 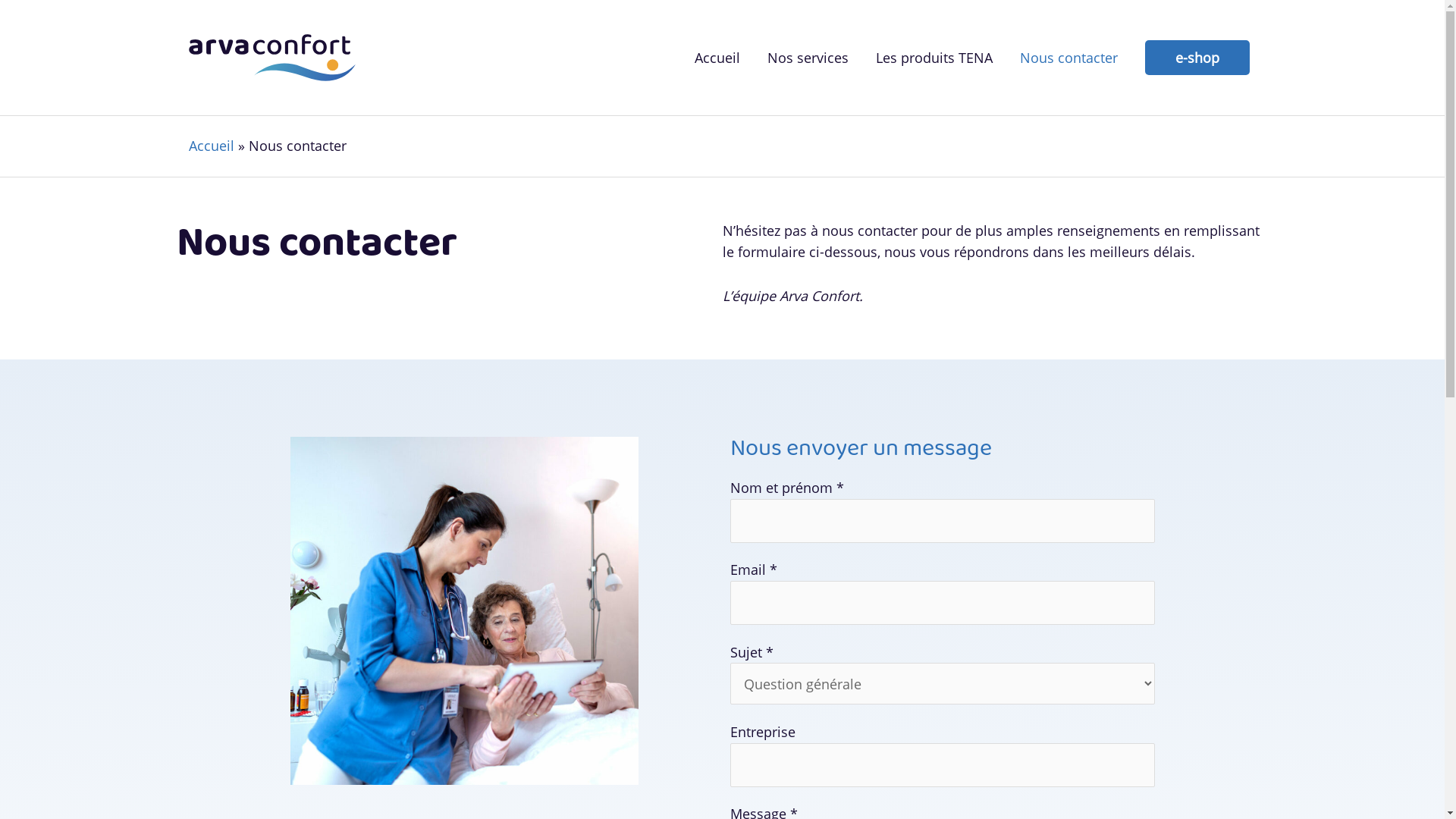 What do you see at coordinates (210, 146) in the screenshot?
I see `'Accueil'` at bounding box center [210, 146].